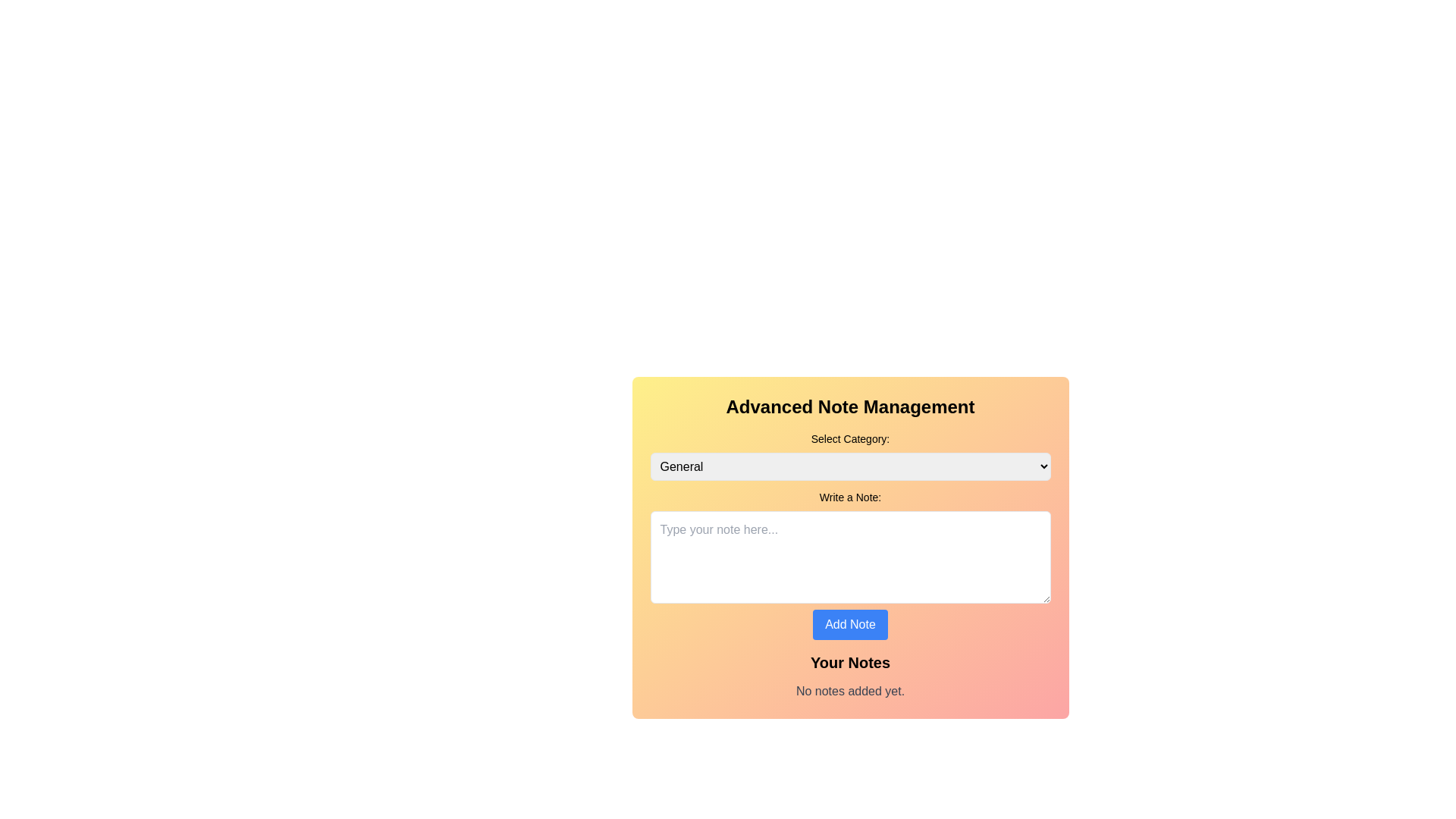 This screenshot has height=819, width=1456. What do you see at coordinates (850, 662) in the screenshot?
I see `text content of the Text Label located above the 'No notes added yet.' text line and below the 'Add Note' button in the 'Advanced Note Management' card` at bounding box center [850, 662].